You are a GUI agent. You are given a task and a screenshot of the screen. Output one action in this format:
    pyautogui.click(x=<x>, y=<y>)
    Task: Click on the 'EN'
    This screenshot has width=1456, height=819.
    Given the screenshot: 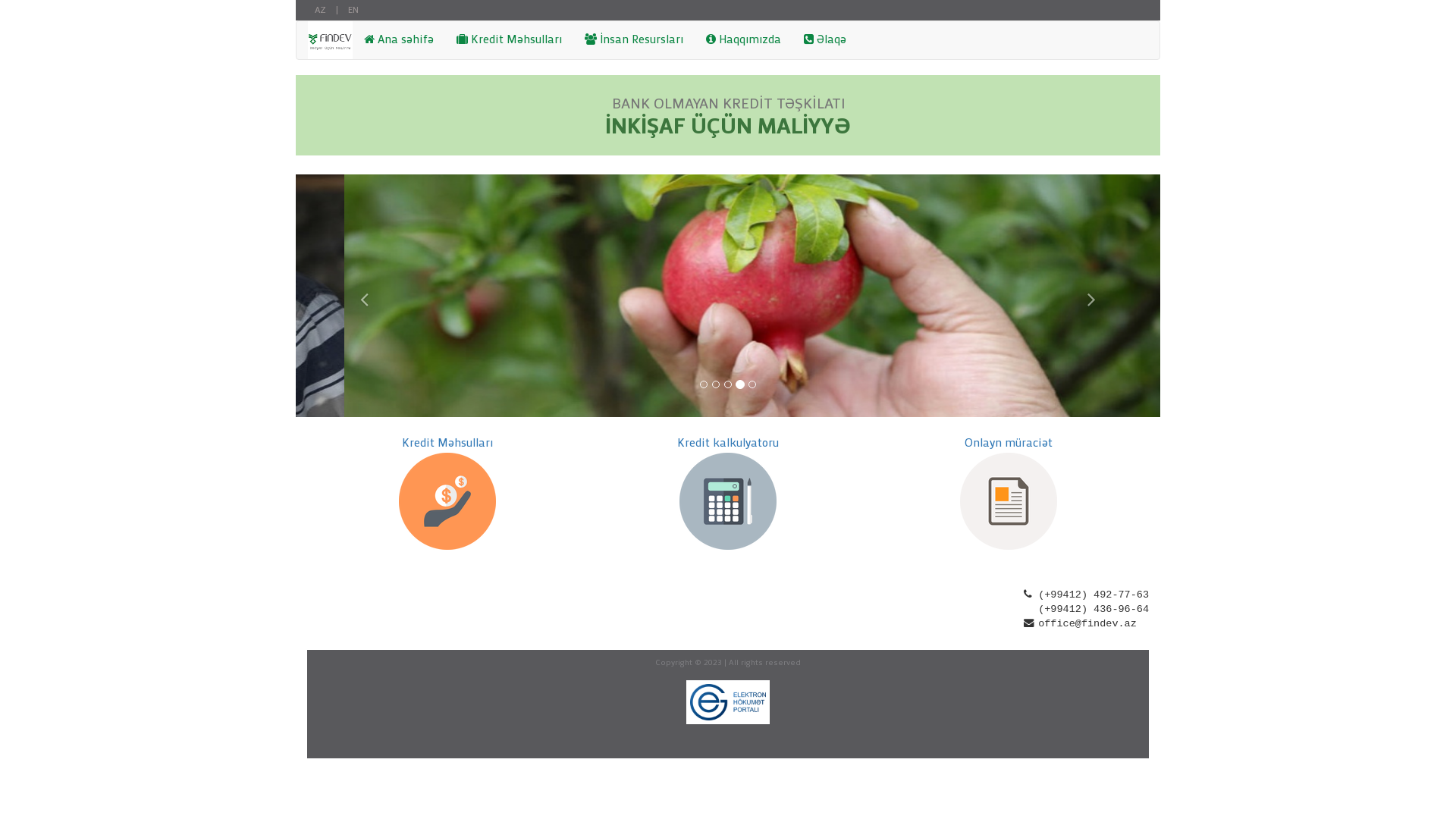 What is the action you would take?
    pyautogui.click(x=352, y=10)
    